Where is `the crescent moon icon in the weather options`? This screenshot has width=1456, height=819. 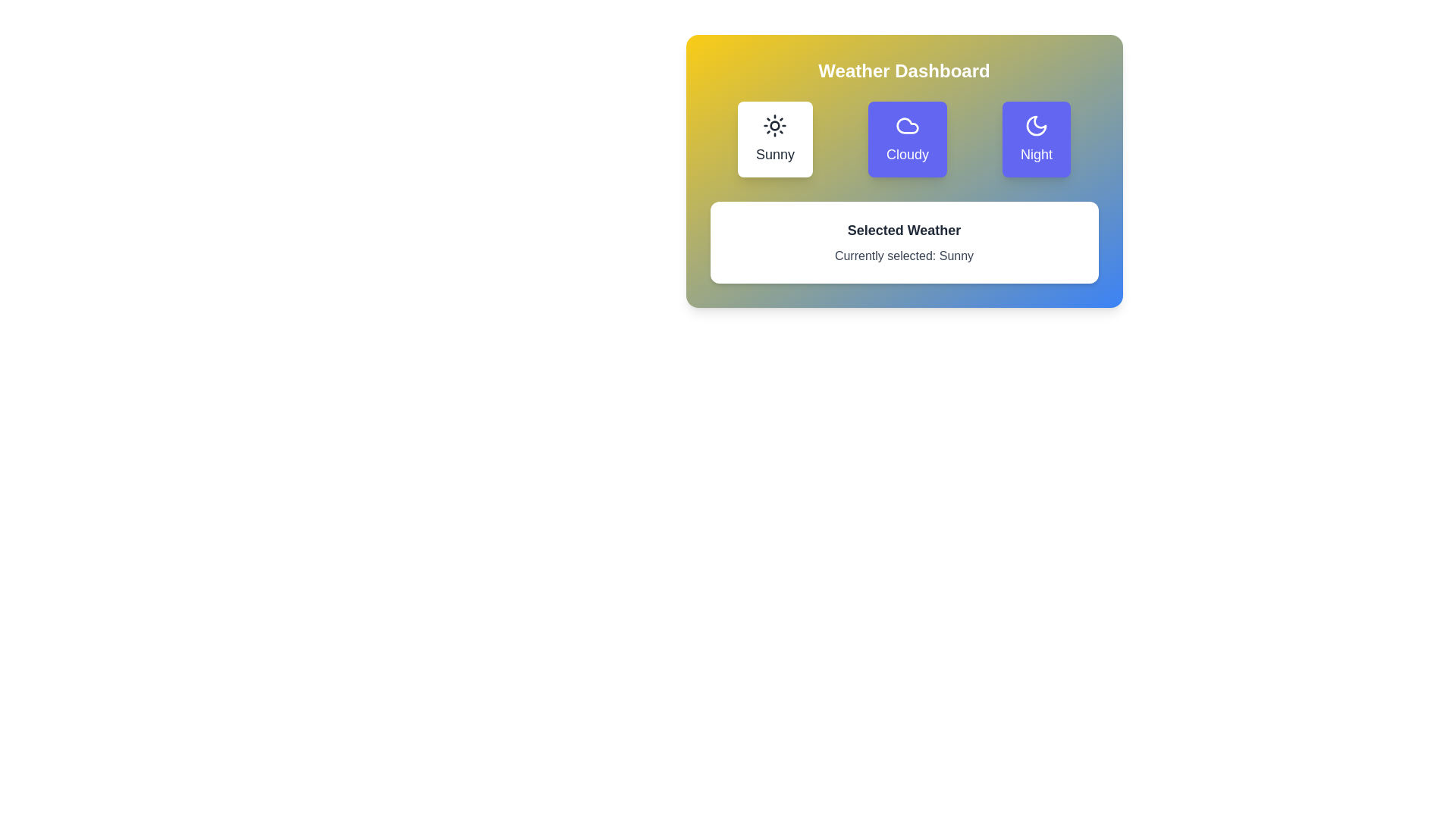 the crescent moon icon in the weather options is located at coordinates (1035, 124).